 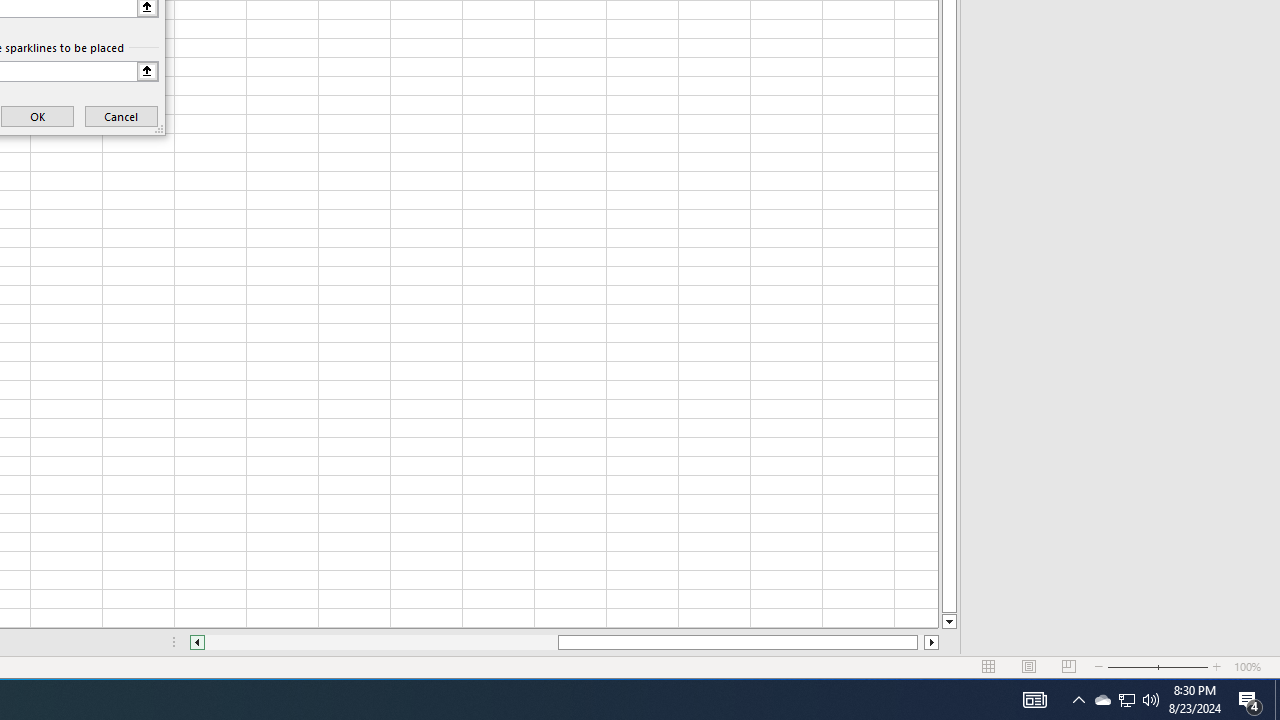 I want to click on 'Column left', so click(x=196, y=642).